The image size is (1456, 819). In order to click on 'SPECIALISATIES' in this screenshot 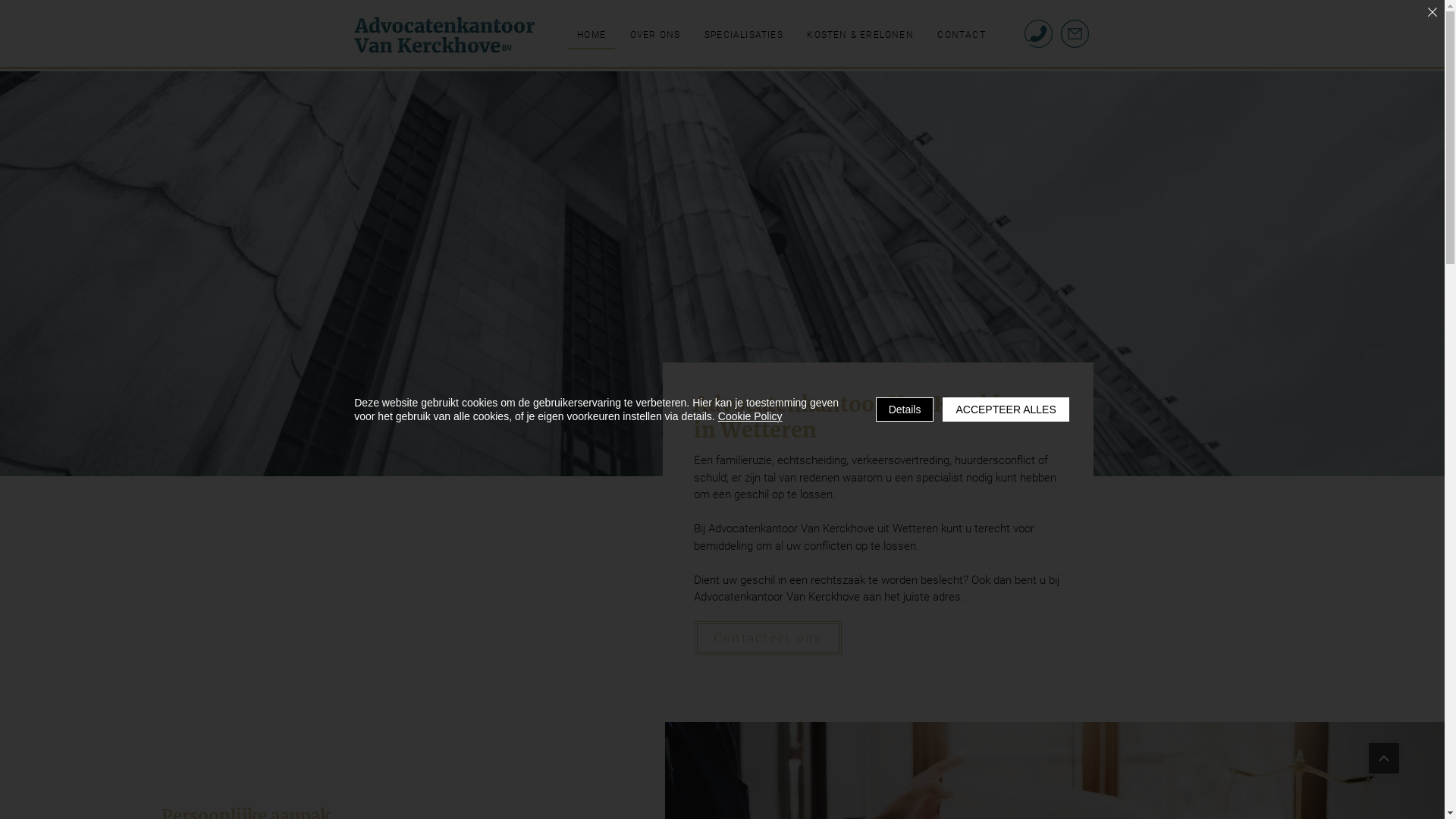, I will do `click(743, 34)`.